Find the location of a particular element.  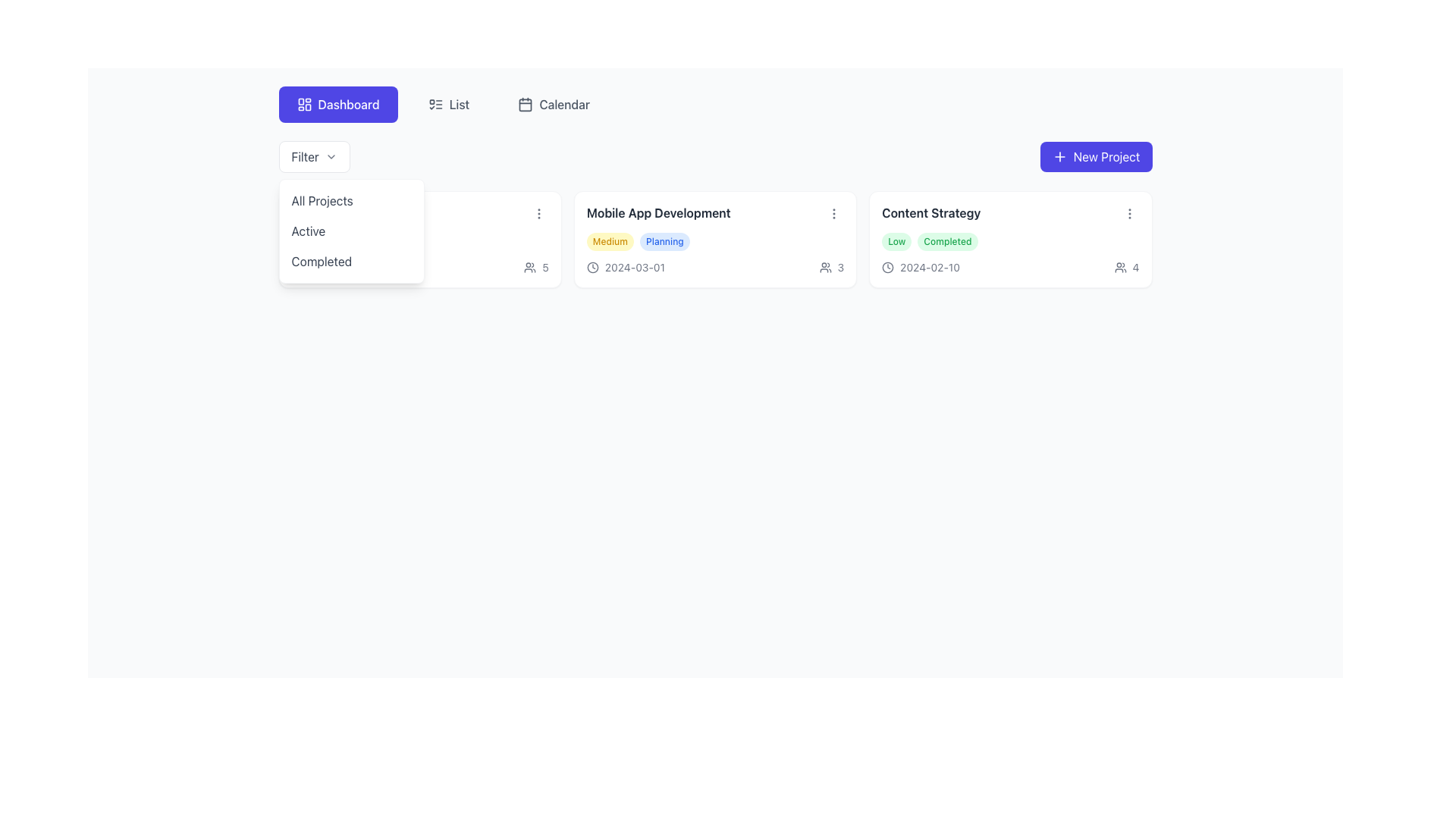

the 'All Projects' dropdown menu option, which is the first item in the dropdown below the 'Filter' button is located at coordinates (350, 200).